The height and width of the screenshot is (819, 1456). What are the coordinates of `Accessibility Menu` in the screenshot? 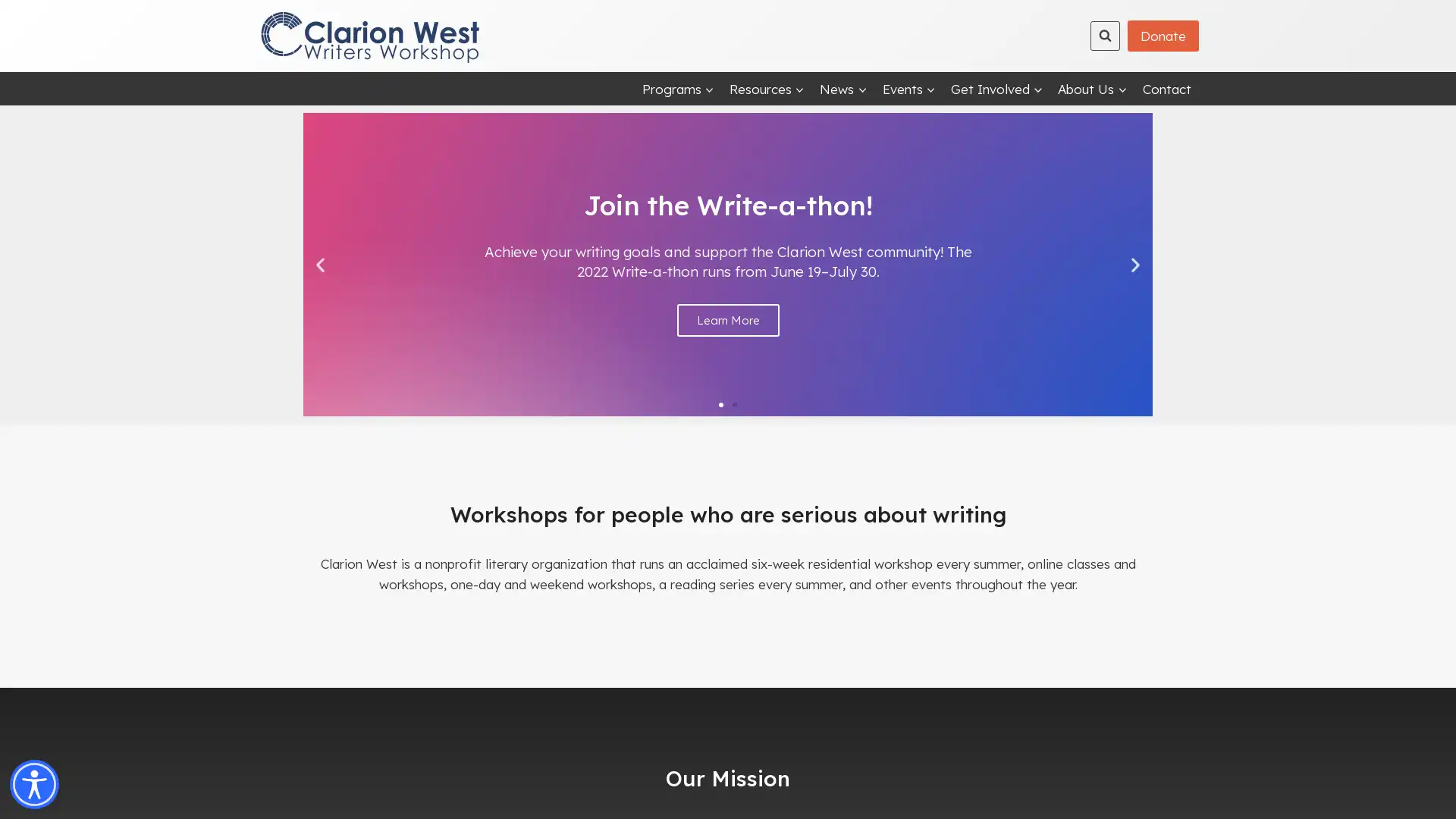 It's located at (34, 784).